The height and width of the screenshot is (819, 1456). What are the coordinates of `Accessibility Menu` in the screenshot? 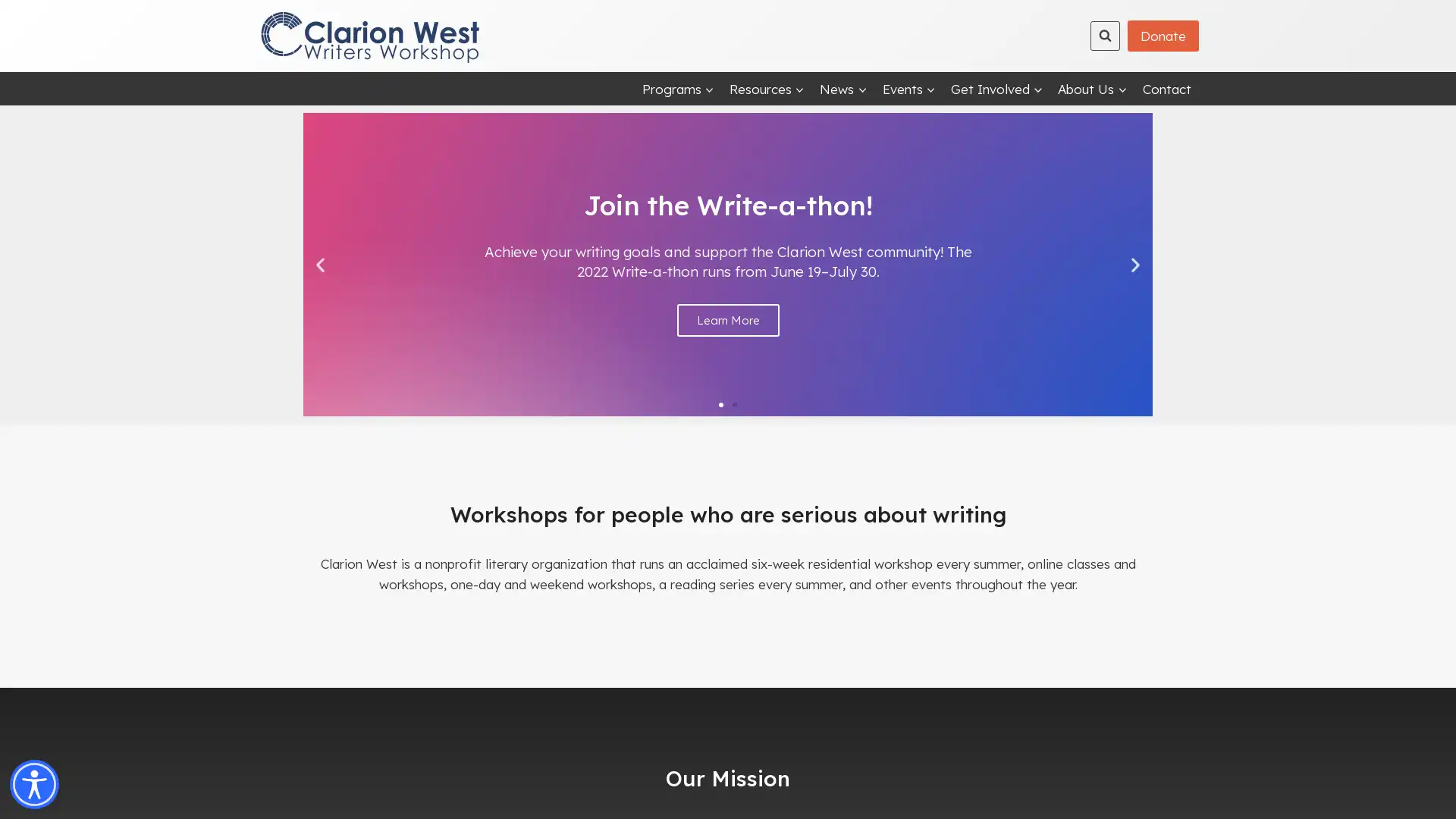 It's located at (34, 784).